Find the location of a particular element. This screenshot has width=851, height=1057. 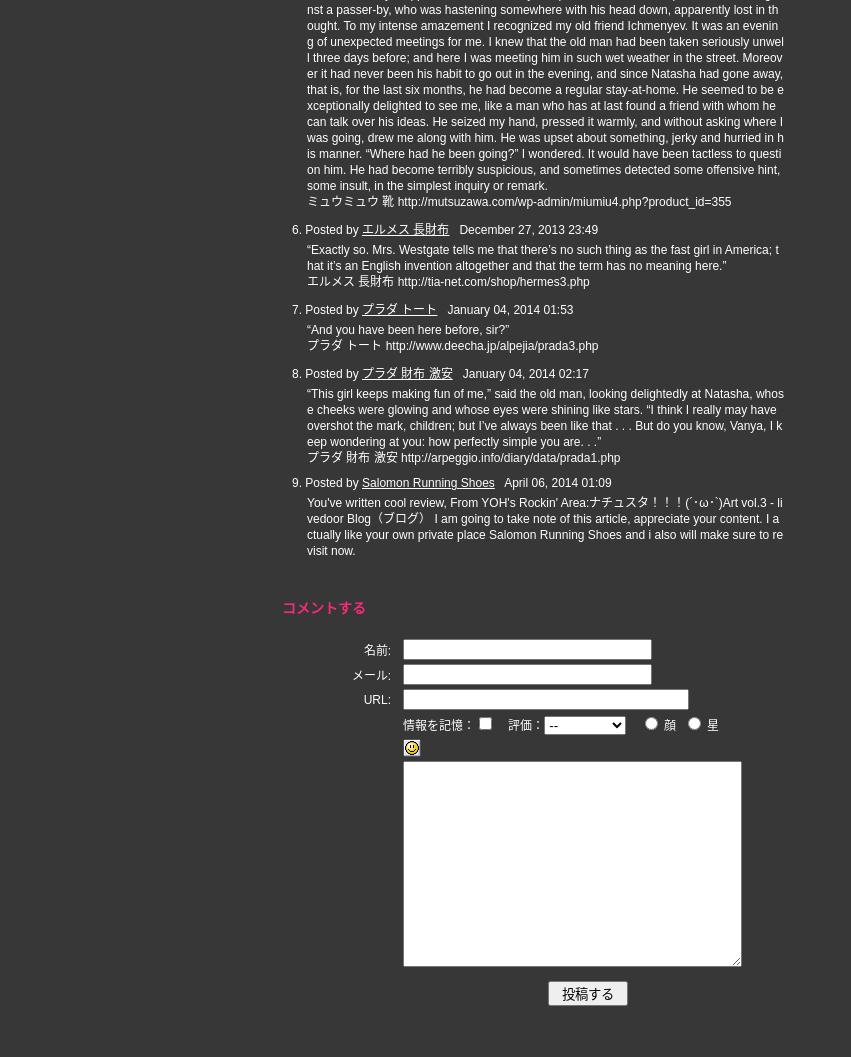

'December 27, 2013 23:49' is located at coordinates (528, 229).